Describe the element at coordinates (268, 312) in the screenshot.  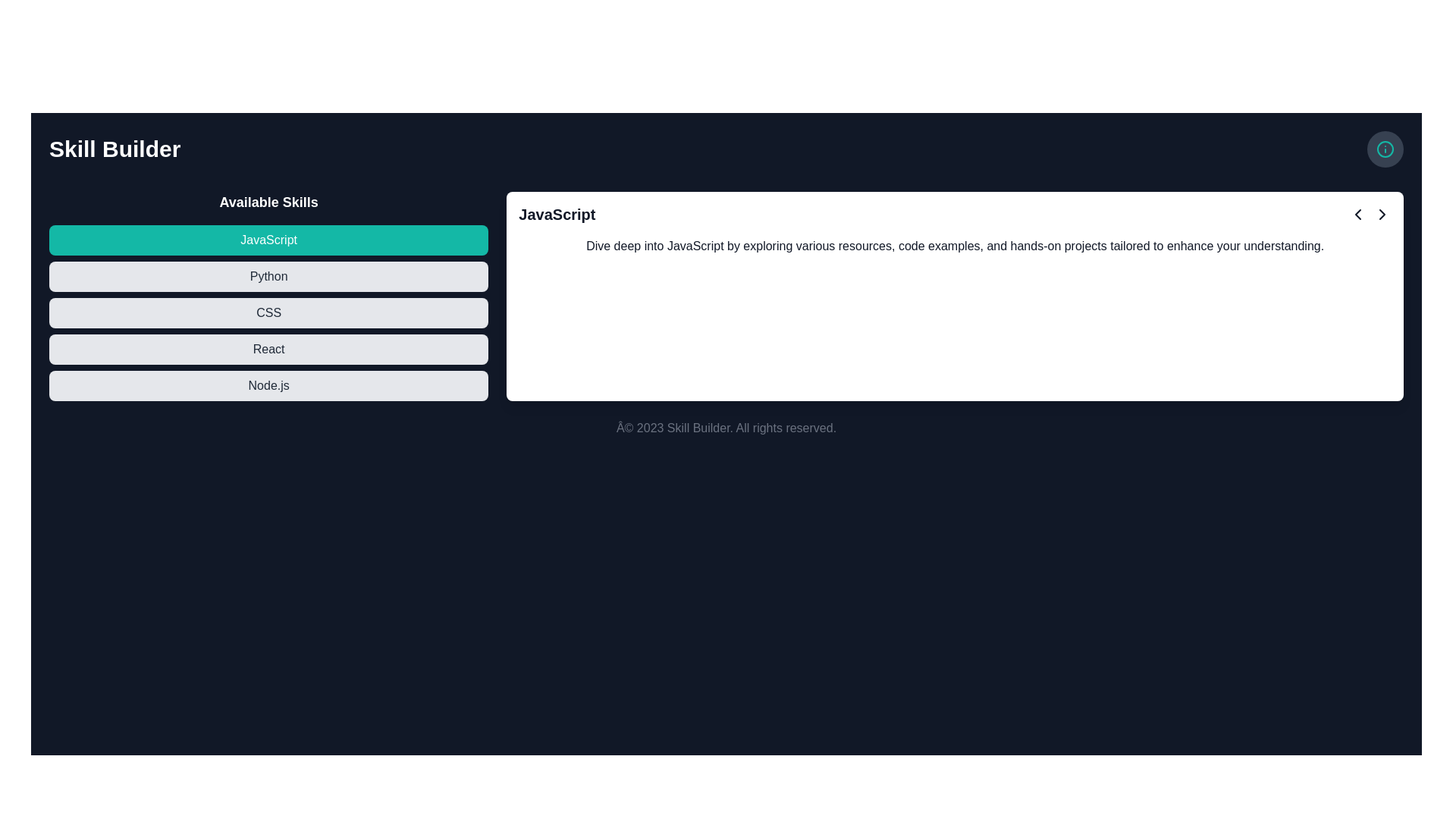
I see `the 'CSS' button in the vertical list of skills` at that location.